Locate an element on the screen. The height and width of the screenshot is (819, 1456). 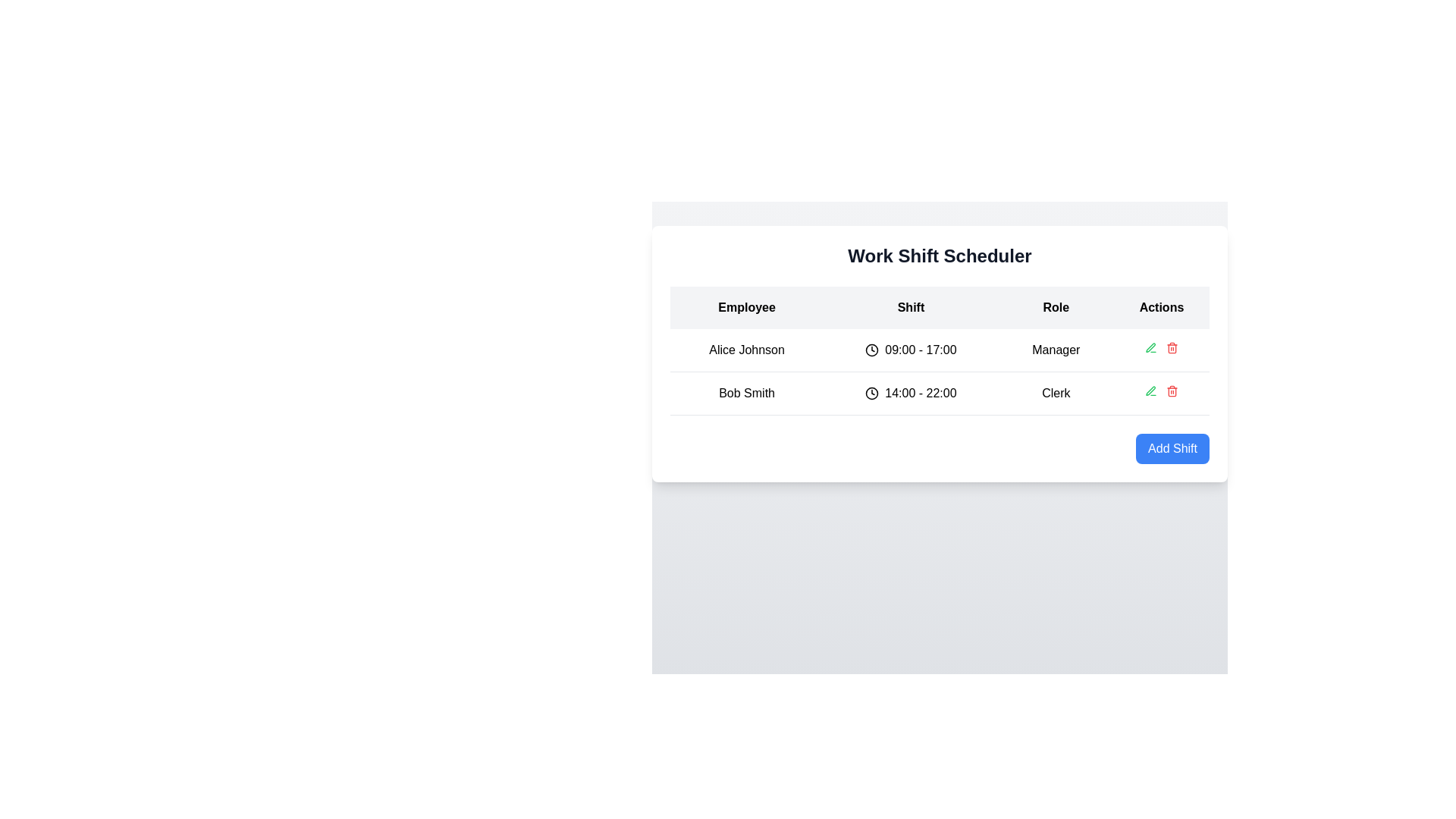
the trash can icon/button in the far-right column under the 'Actions' header for 'Alice Johnson' is located at coordinates (1160, 350).